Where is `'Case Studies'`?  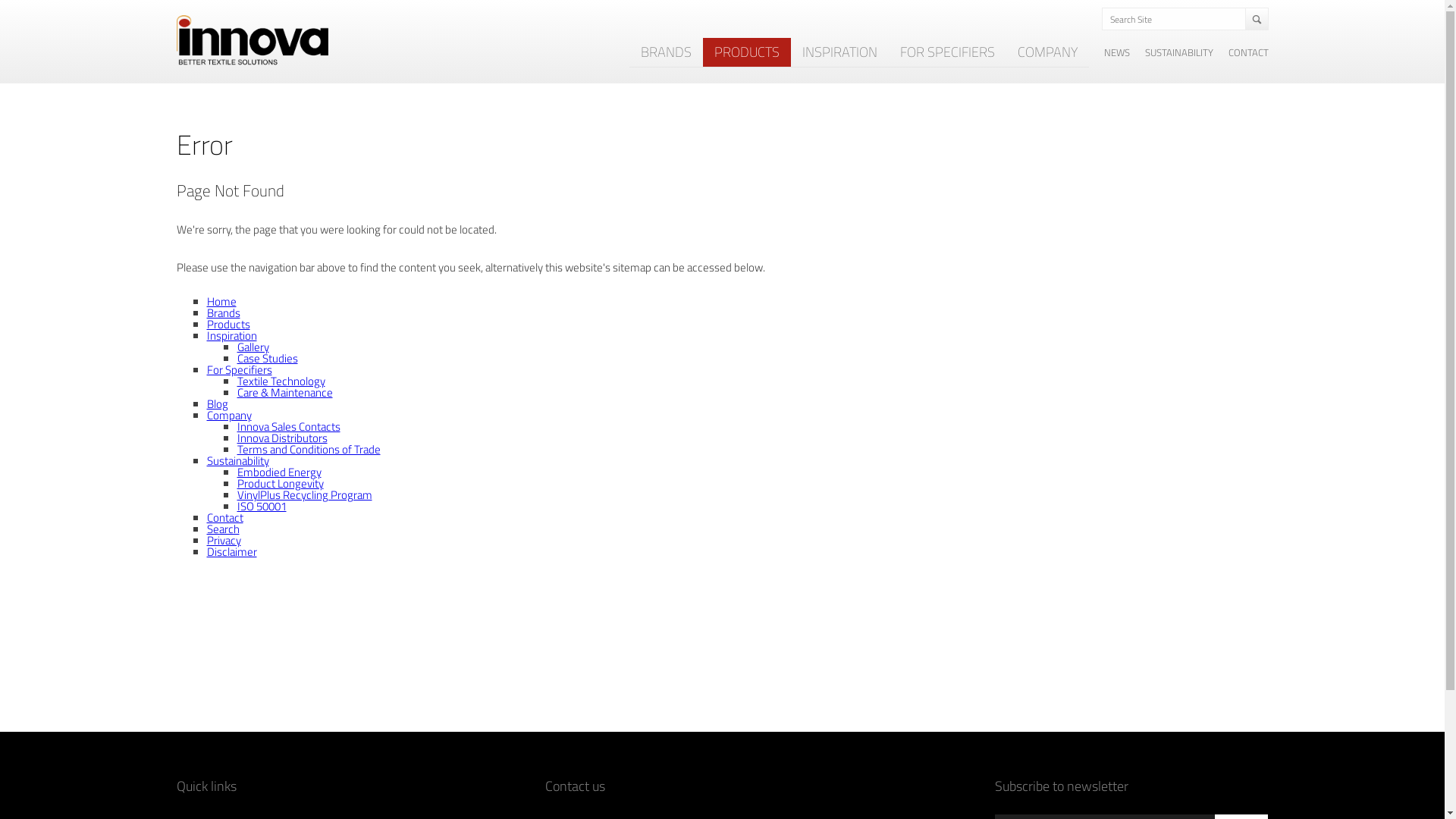 'Case Studies' is located at coordinates (266, 358).